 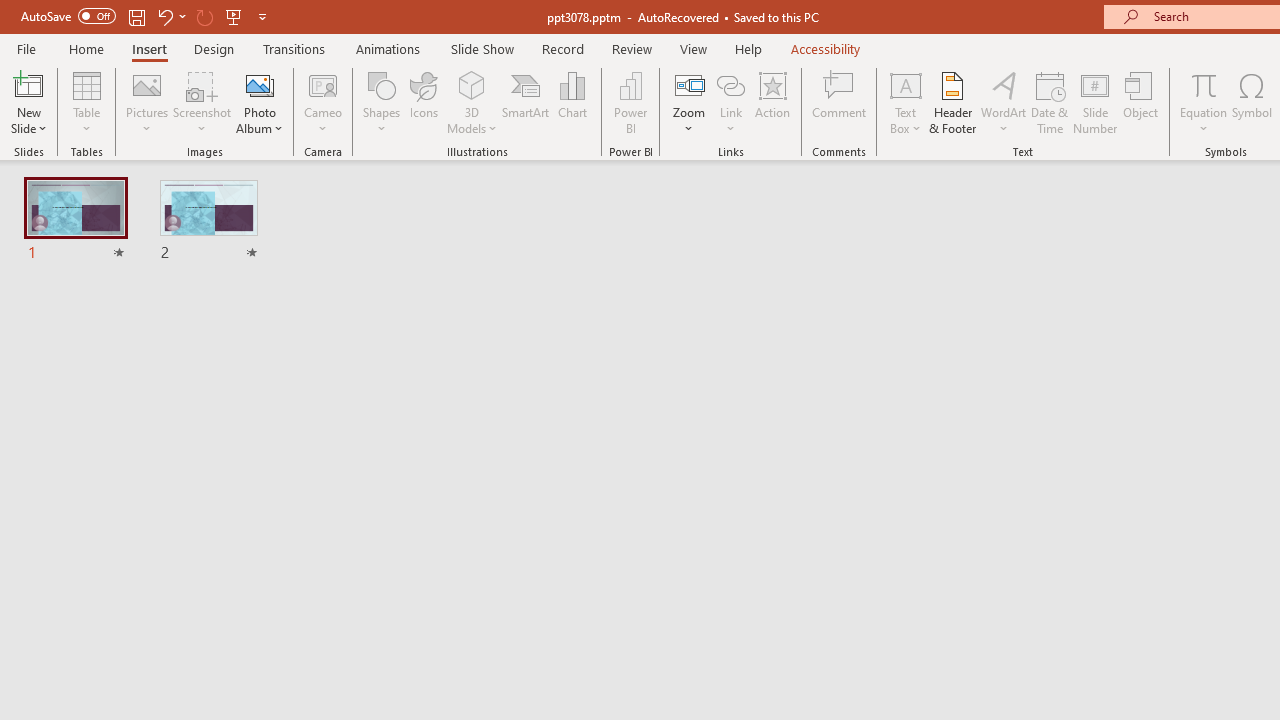 What do you see at coordinates (1094, 103) in the screenshot?
I see `'Slide Number'` at bounding box center [1094, 103].